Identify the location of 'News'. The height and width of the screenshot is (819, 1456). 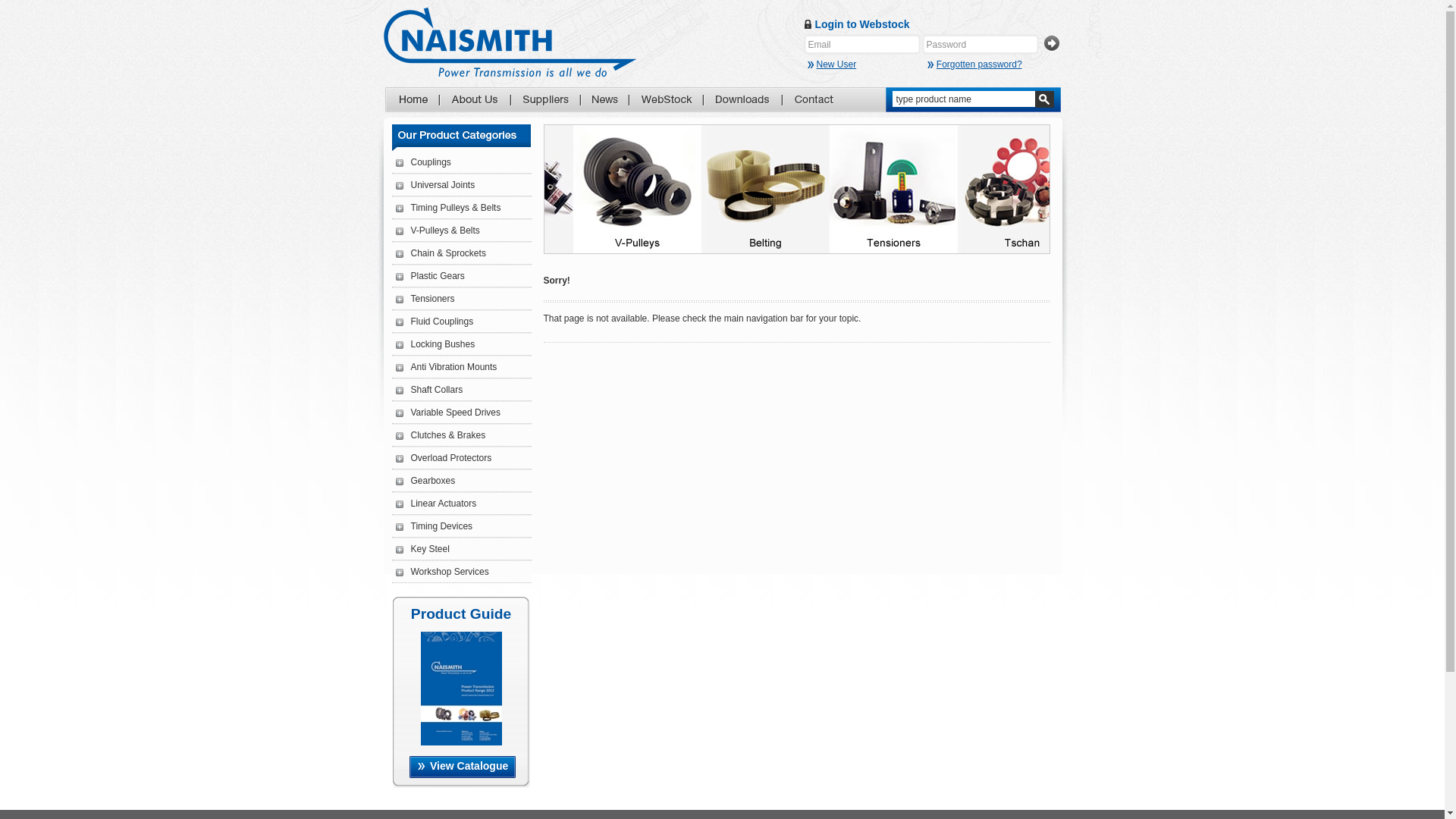
(590, 99).